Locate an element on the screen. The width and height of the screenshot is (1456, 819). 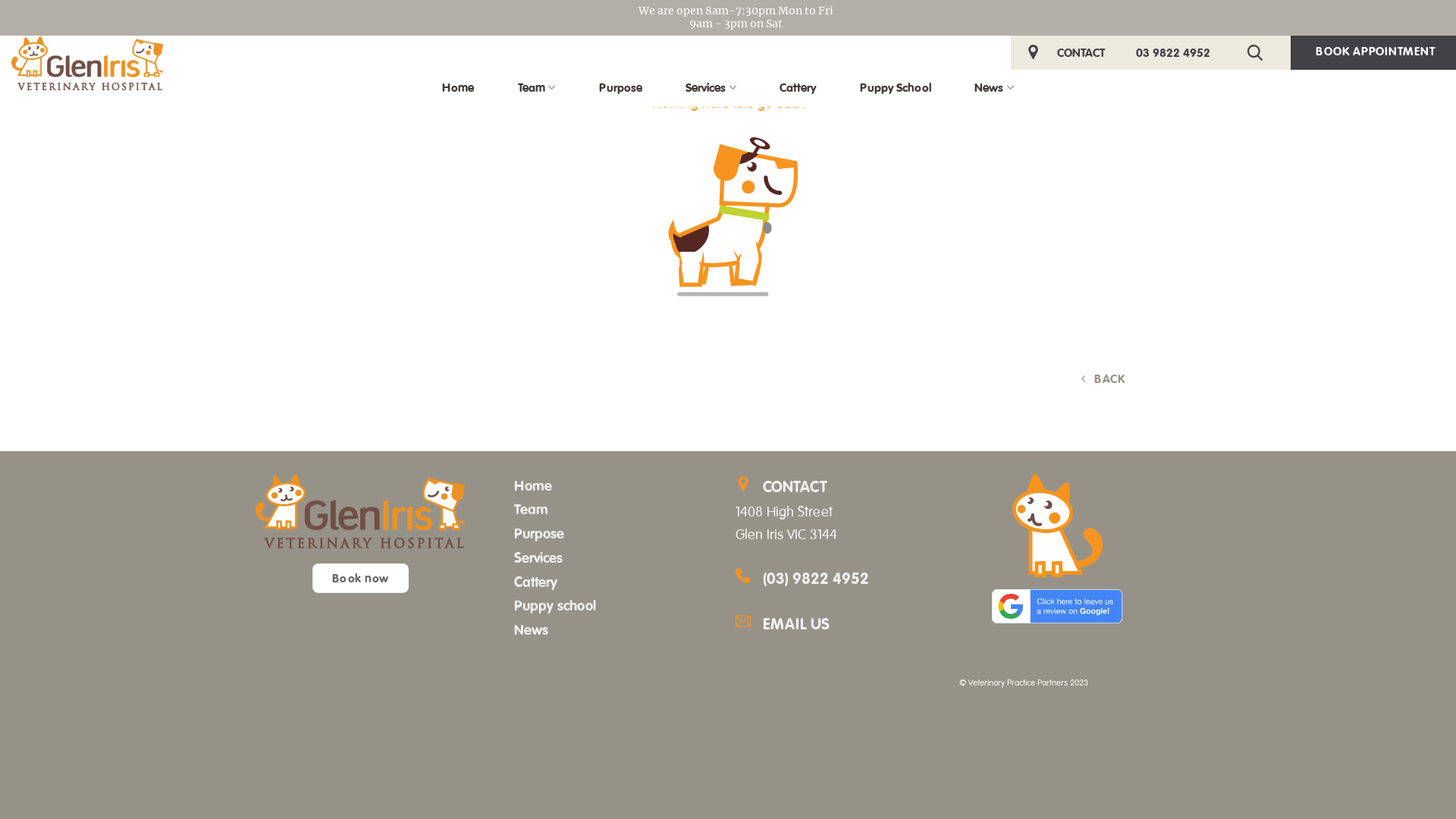
'News' is located at coordinates (531, 629).